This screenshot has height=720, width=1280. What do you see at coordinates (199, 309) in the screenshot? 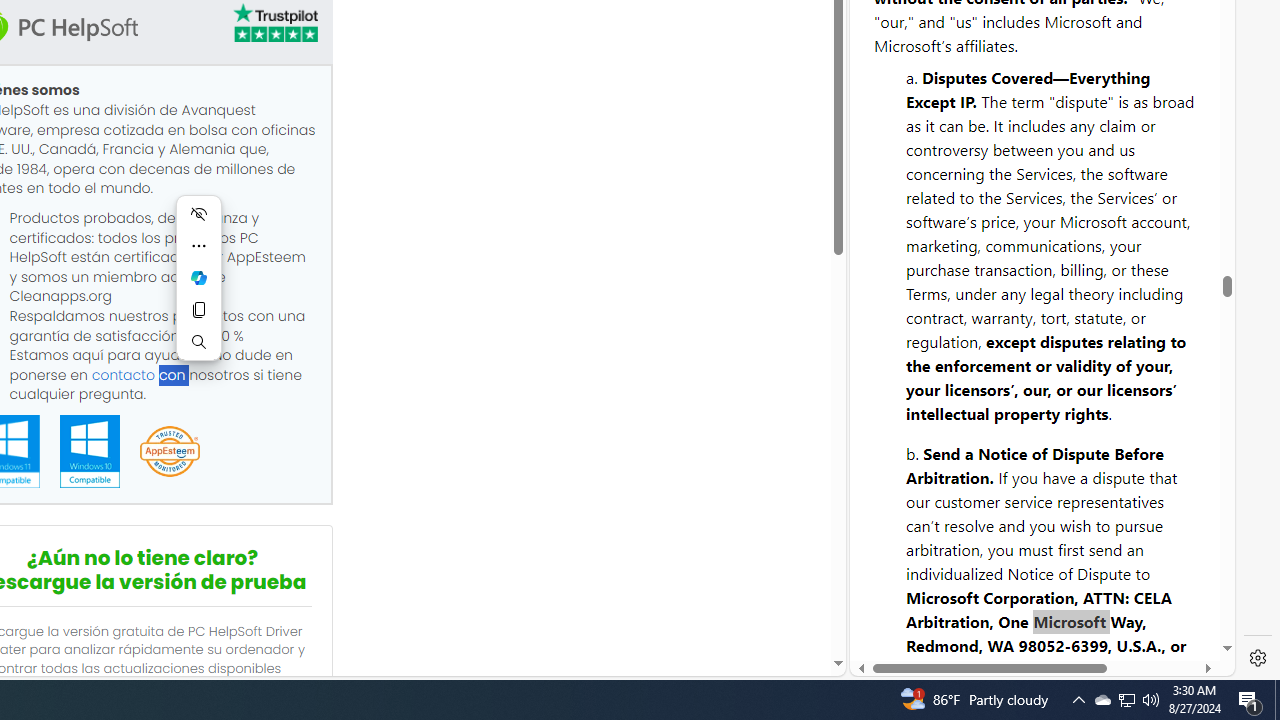
I see `'Copy'` at bounding box center [199, 309].